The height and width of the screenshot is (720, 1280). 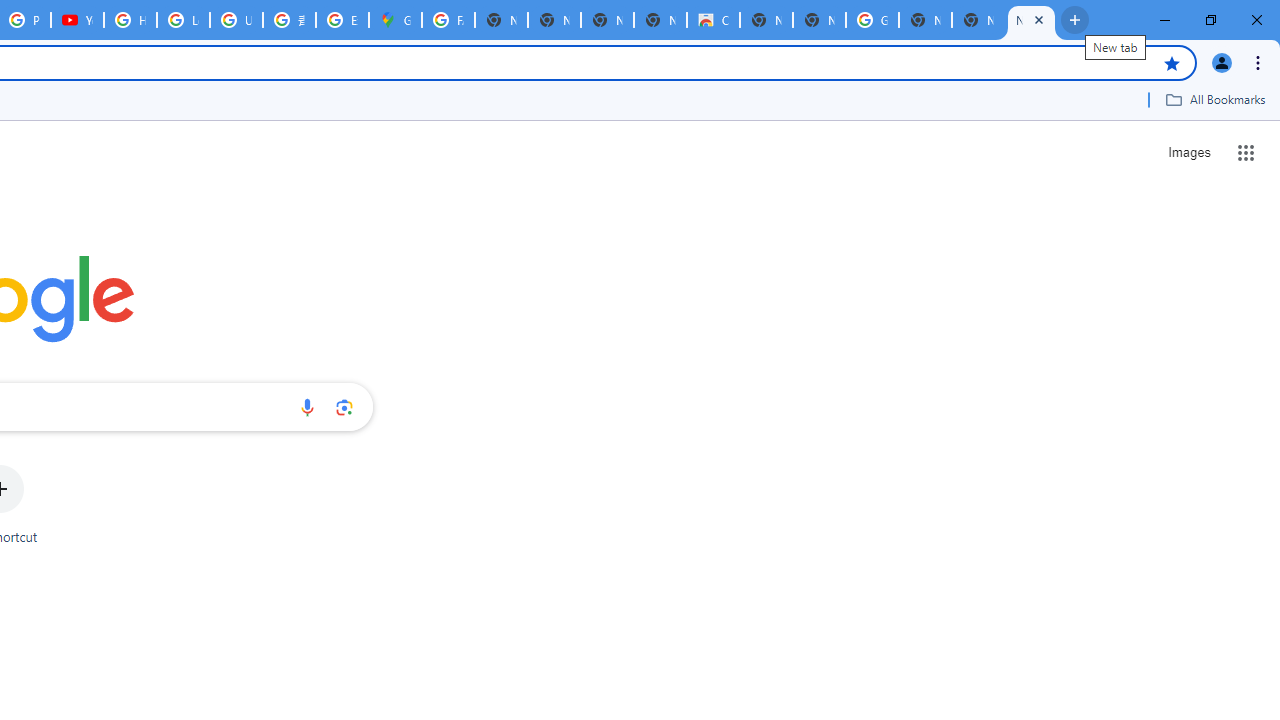 I want to click on 'Google apps', so click(x=1245, y=152).